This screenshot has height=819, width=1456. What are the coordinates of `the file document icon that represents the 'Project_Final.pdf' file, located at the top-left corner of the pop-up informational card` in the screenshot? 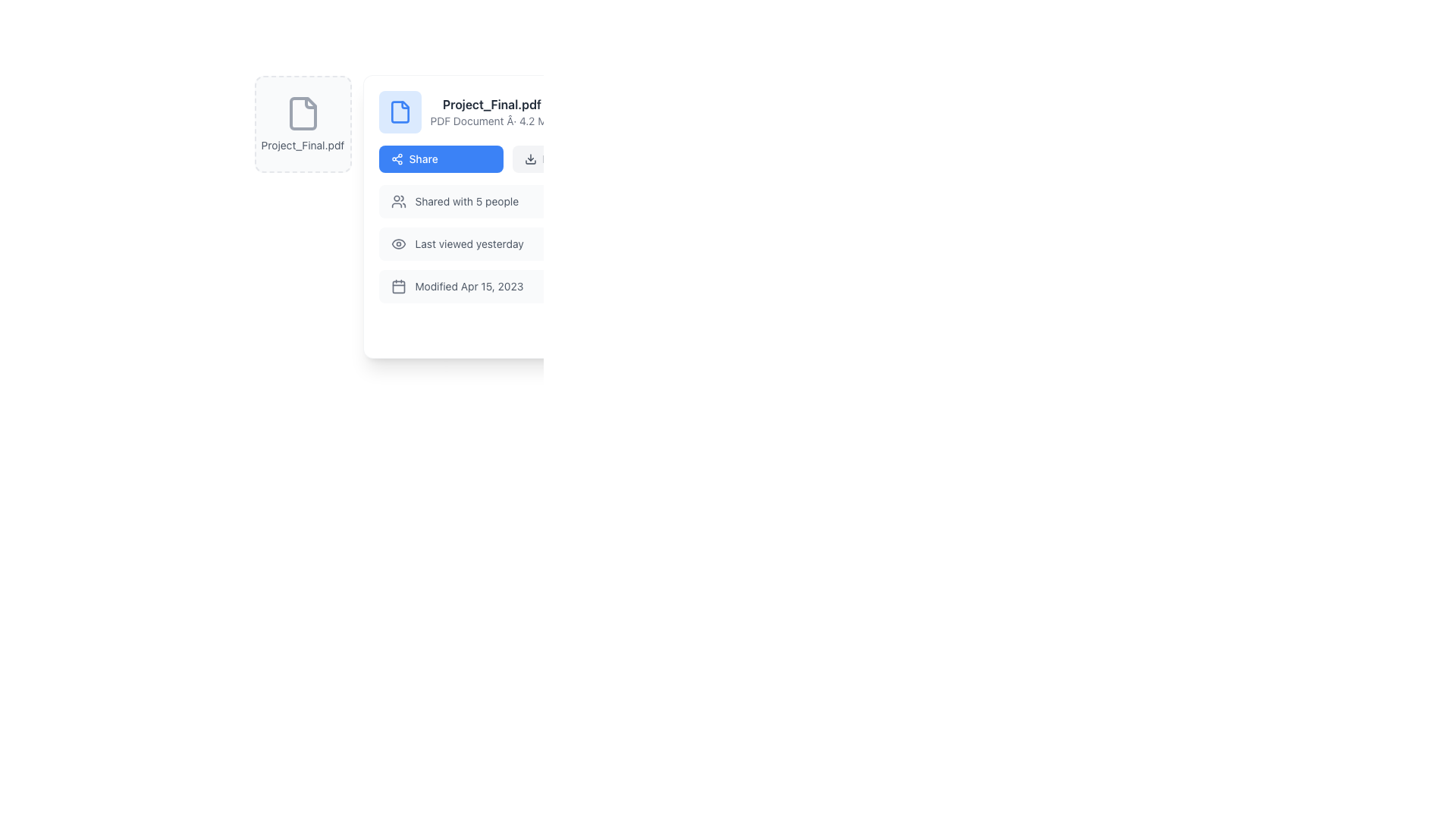 It's located at (400, 111).